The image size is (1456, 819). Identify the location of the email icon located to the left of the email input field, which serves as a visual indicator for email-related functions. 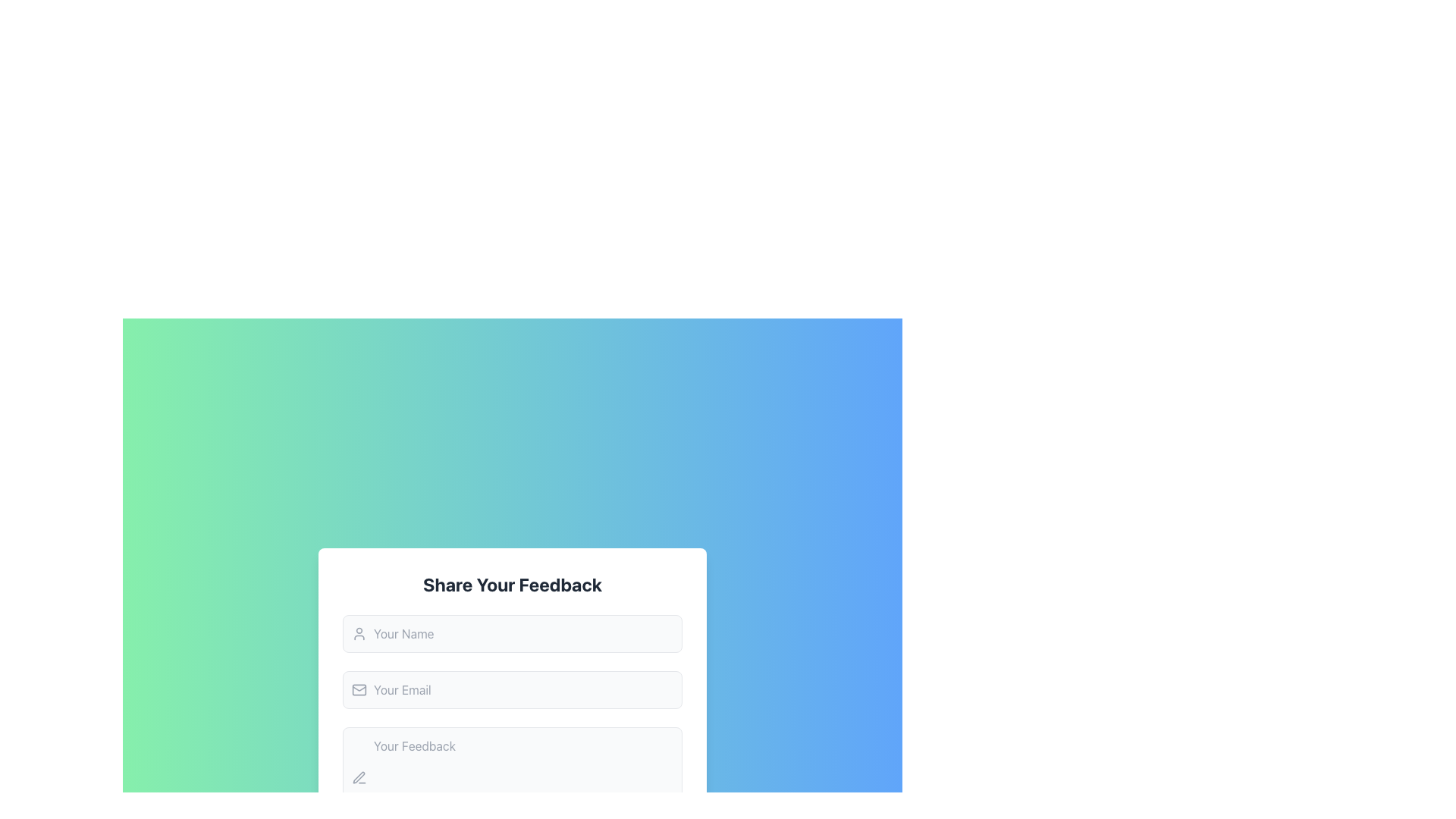
(359, 690).